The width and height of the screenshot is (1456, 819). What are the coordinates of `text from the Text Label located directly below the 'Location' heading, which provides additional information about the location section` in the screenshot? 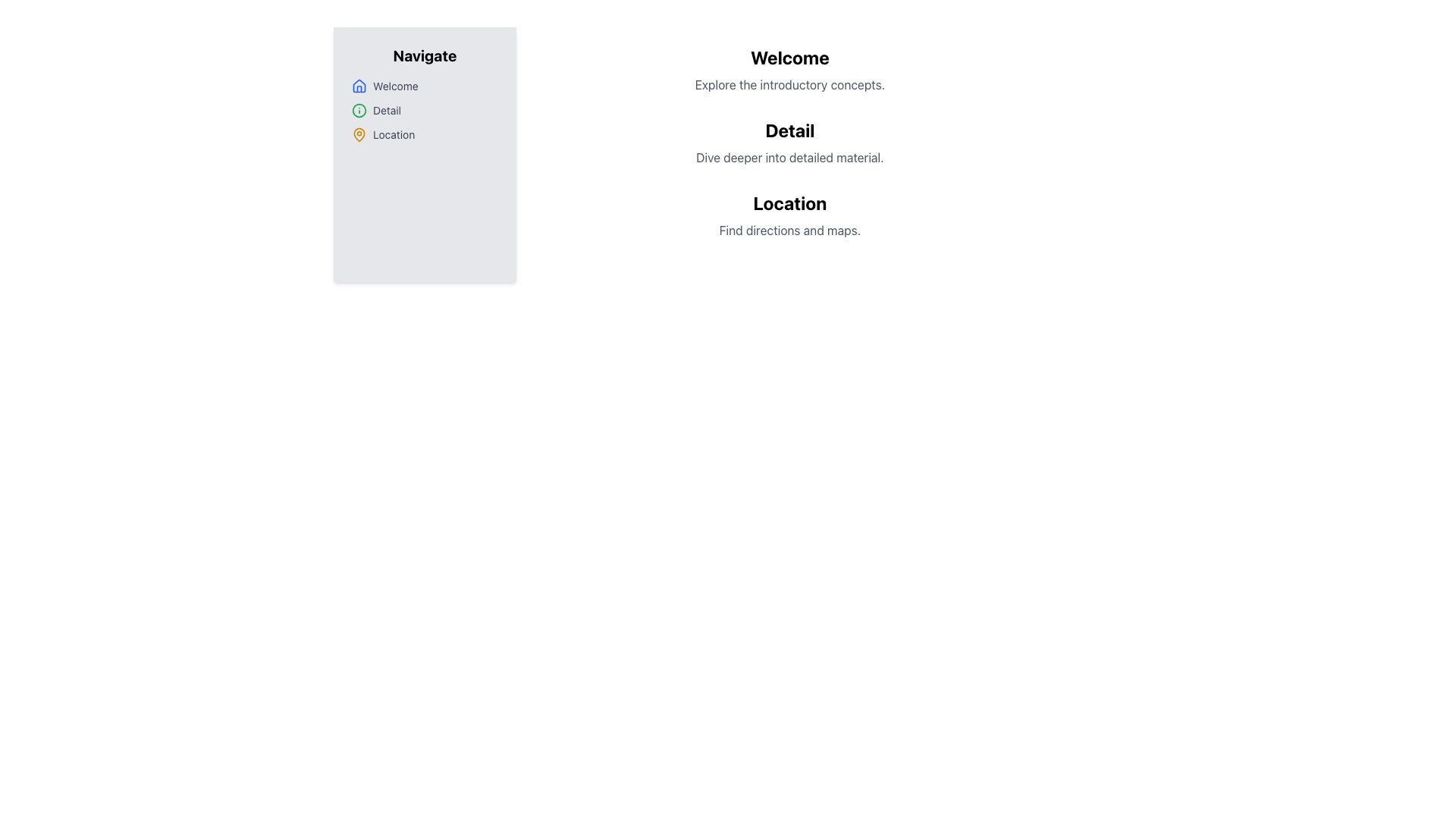 It's located at (789, 231).